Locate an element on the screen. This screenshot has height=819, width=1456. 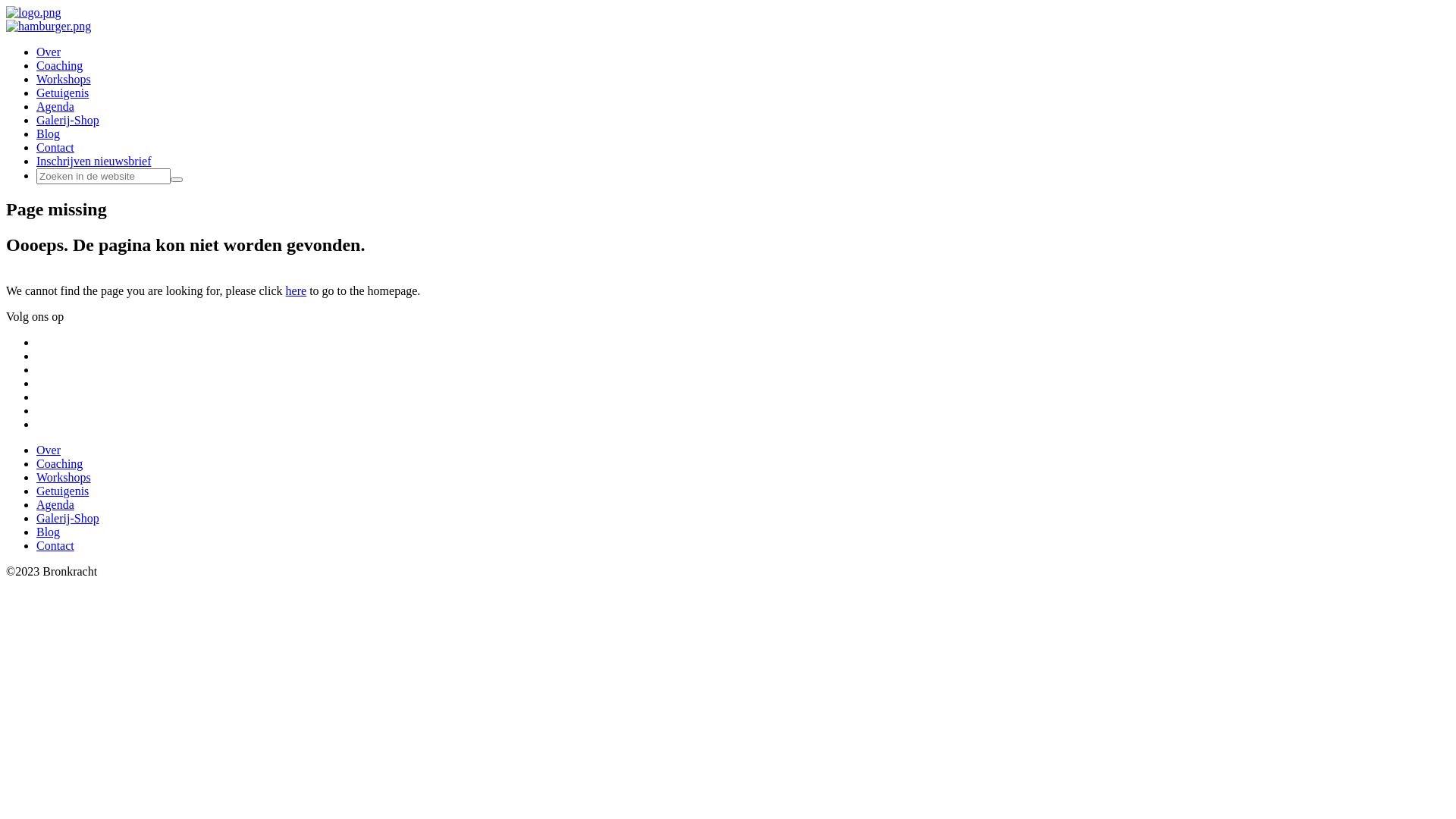
'Coaching' is located at coordinates (59, 64).